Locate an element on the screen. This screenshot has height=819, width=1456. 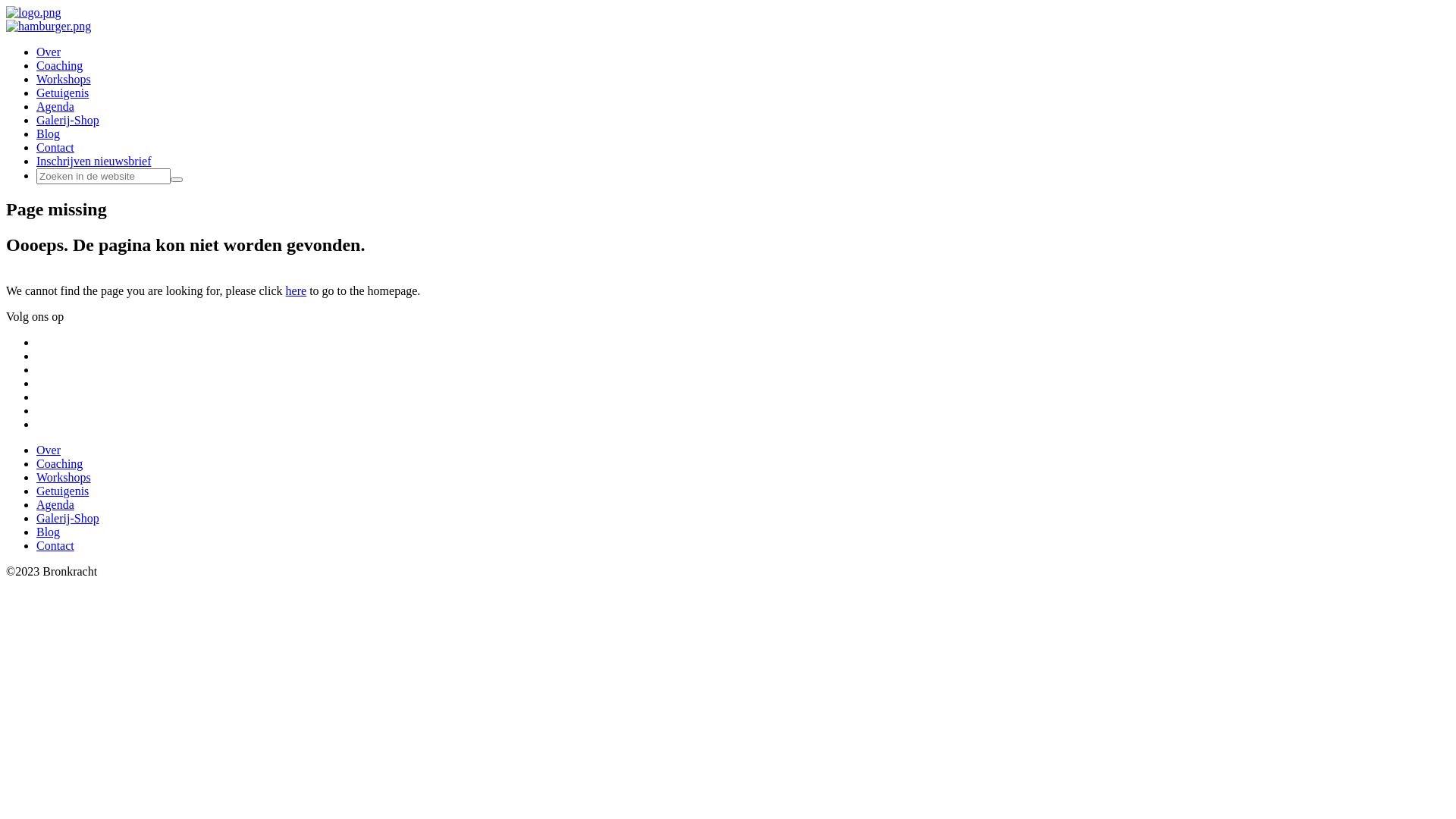
'Coaching' is located at coordinates (59, 64).